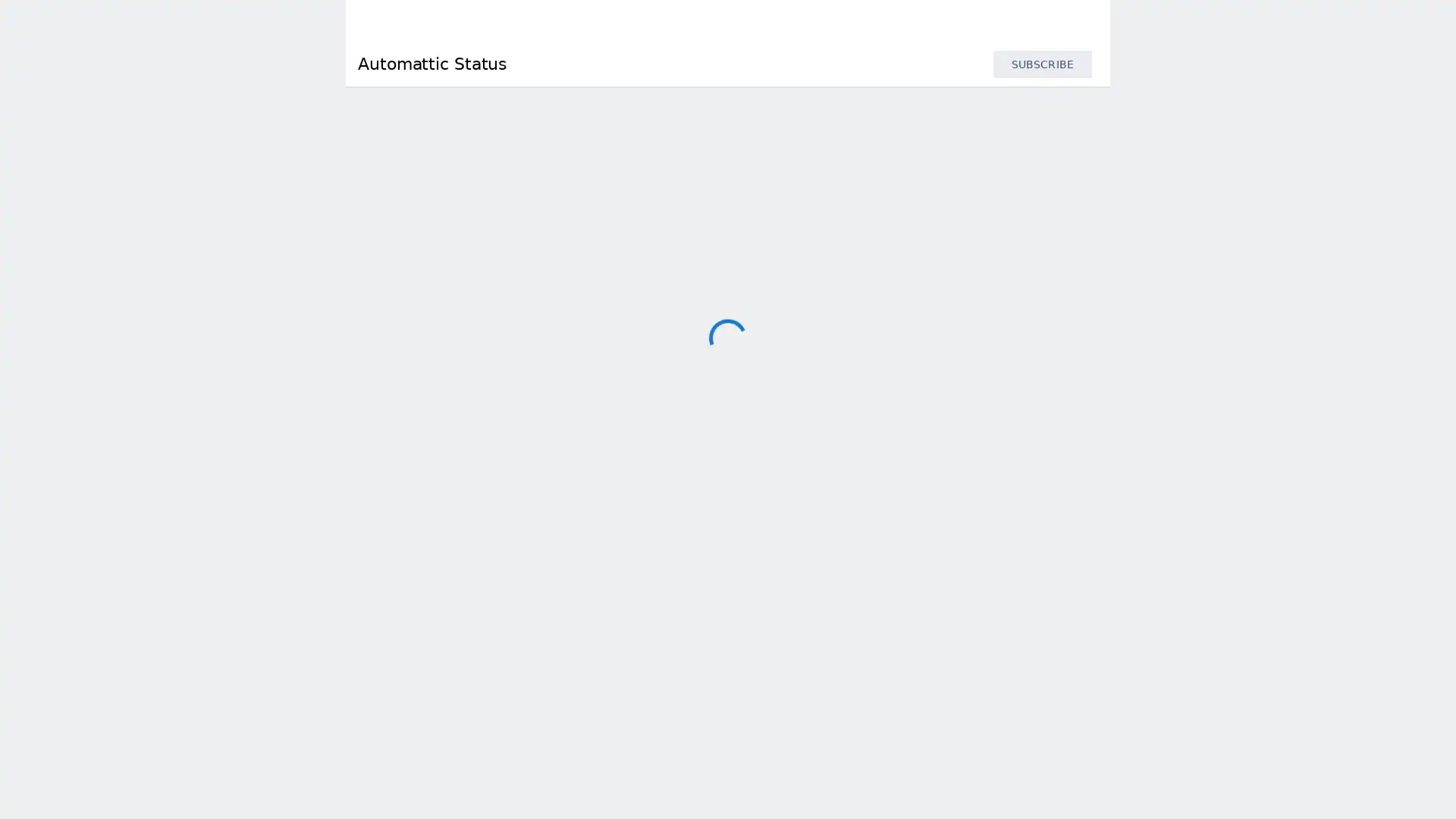  I want to click on Parse.ly Data Collection Response Time : 1.56 s, so click(635, 717).